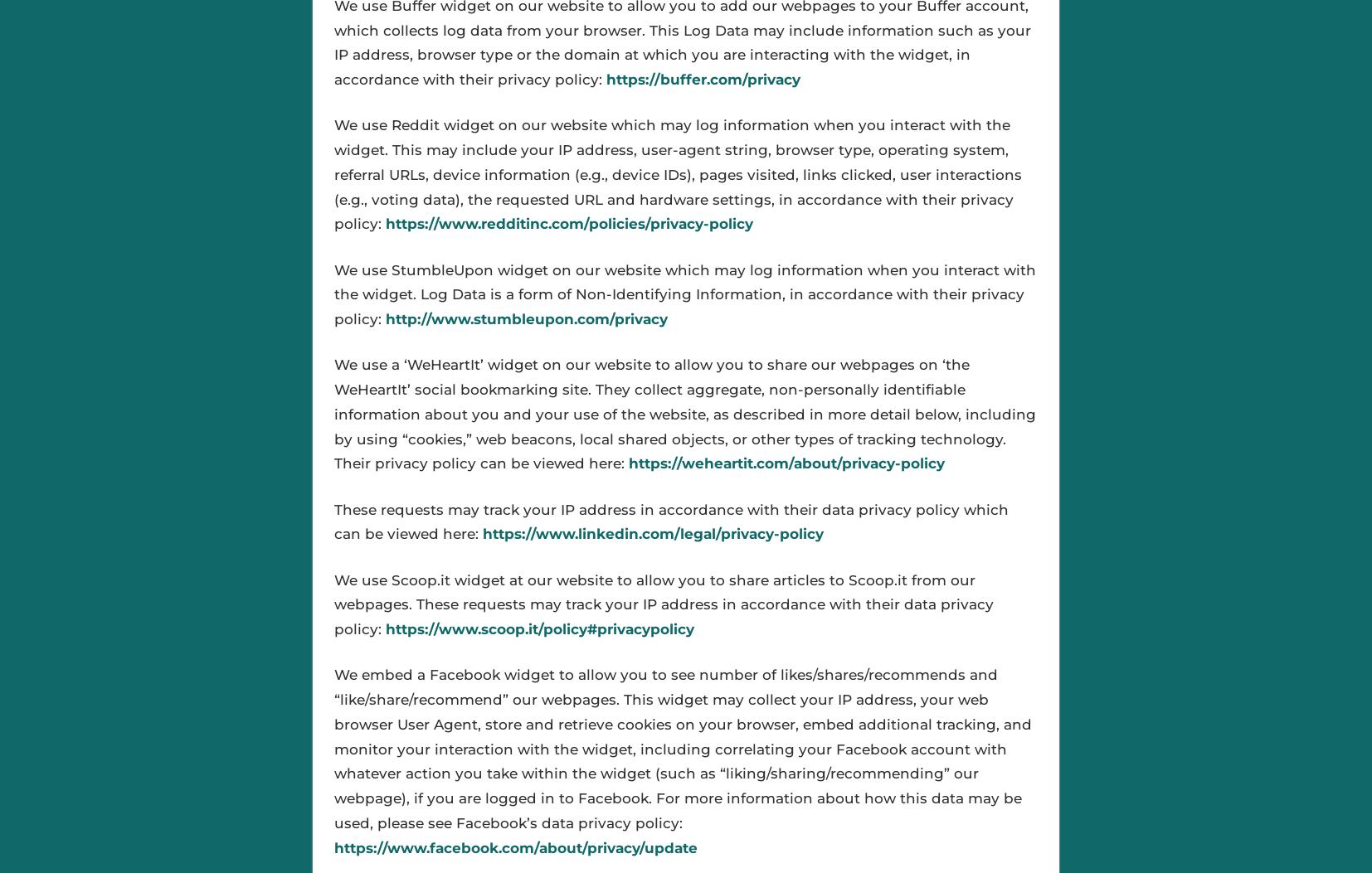 The width and height of the screenshot is (1372, 873). Describe the element at coordinates (482, 533) in the screenshot. I see `'https://www.linkedin.com/legal/privacy-policy'` at that location.